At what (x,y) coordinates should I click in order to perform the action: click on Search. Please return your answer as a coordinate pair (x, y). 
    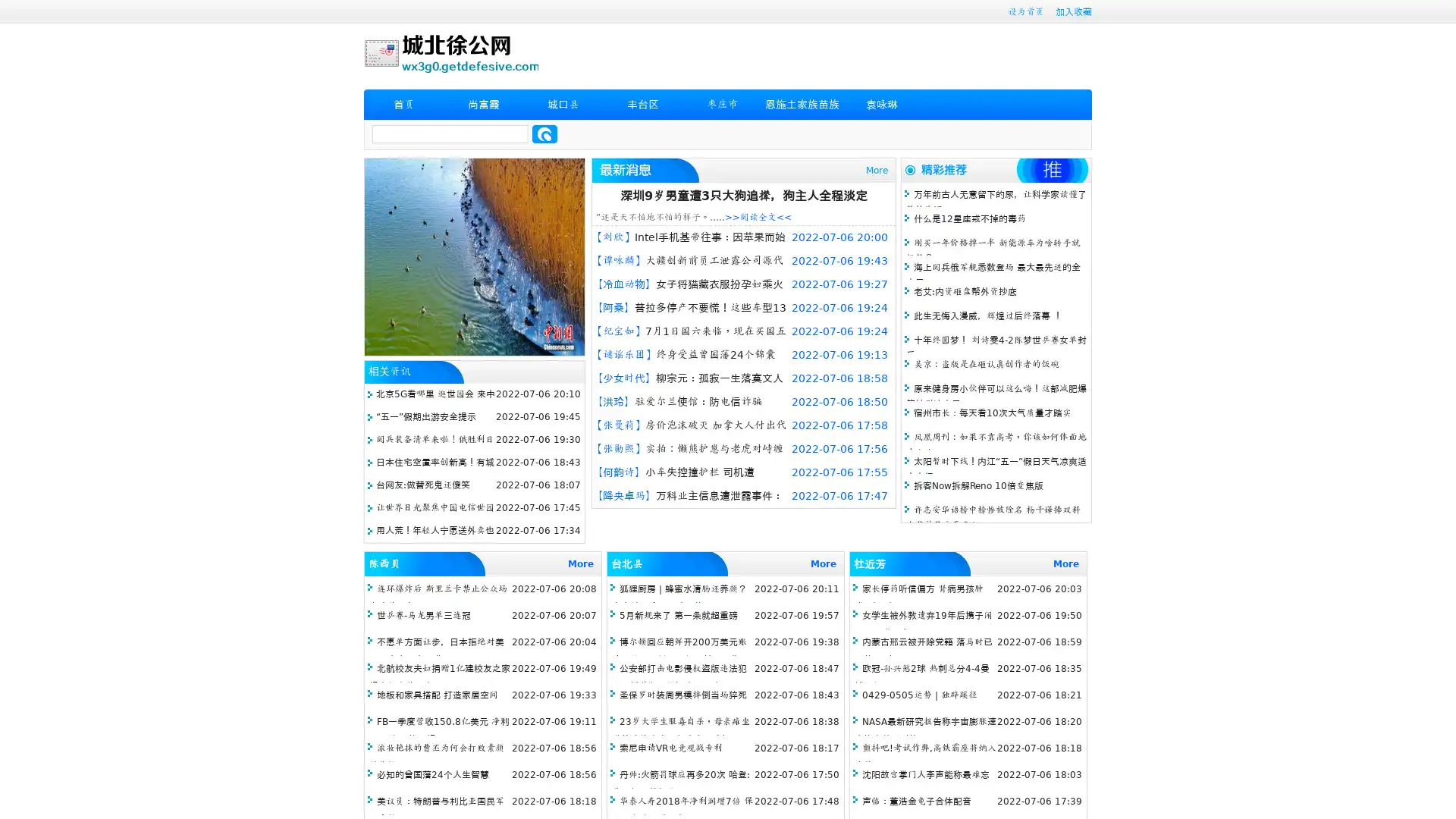
    Looking at the image, I should click on (544, 133).